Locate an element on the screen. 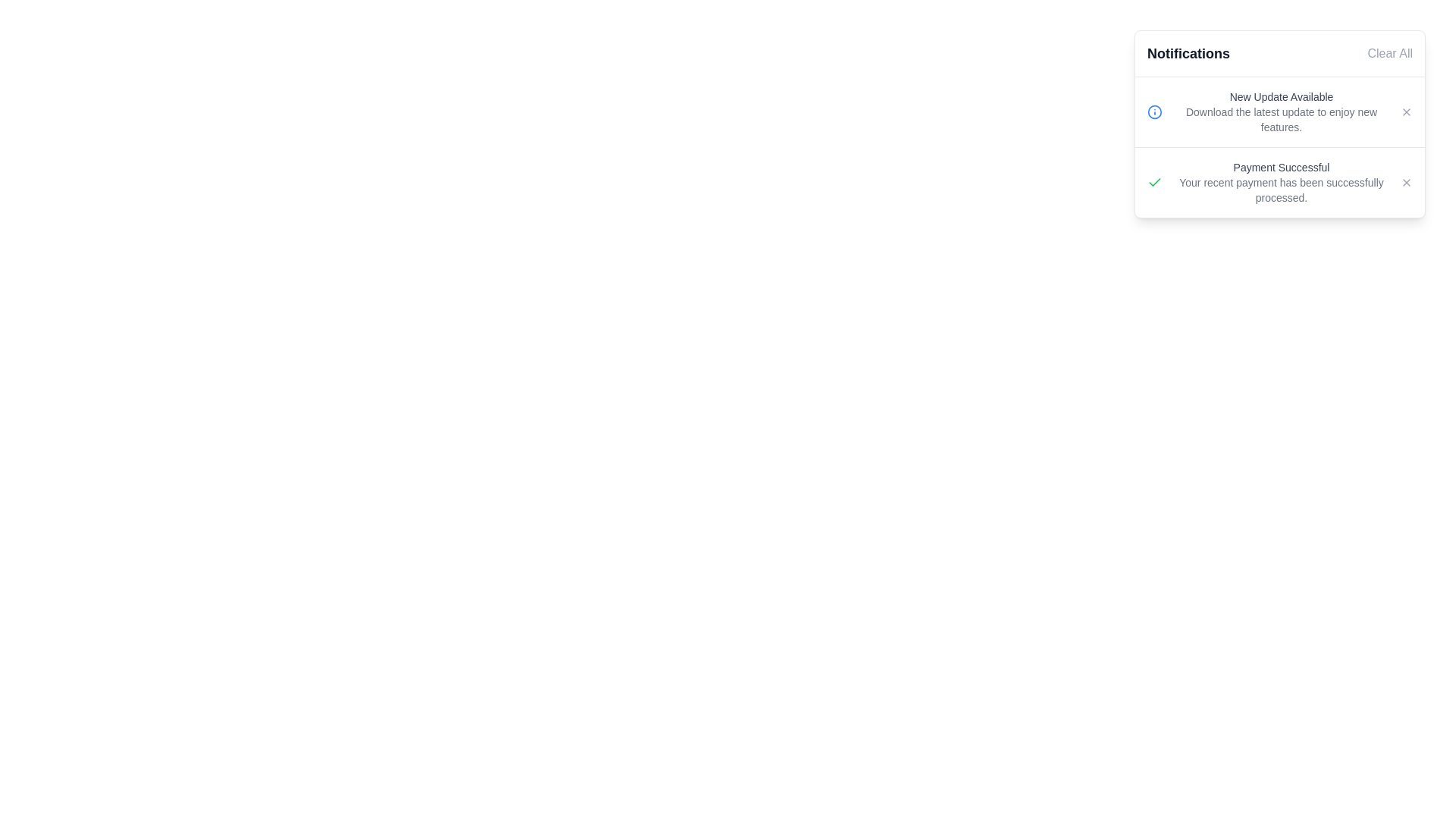 The width and height of the screenshot is (1456, 819). the green checkmark icon located at the bottom-left of the 'Payment Successful' notification card is located at coordinates (1153, 181).